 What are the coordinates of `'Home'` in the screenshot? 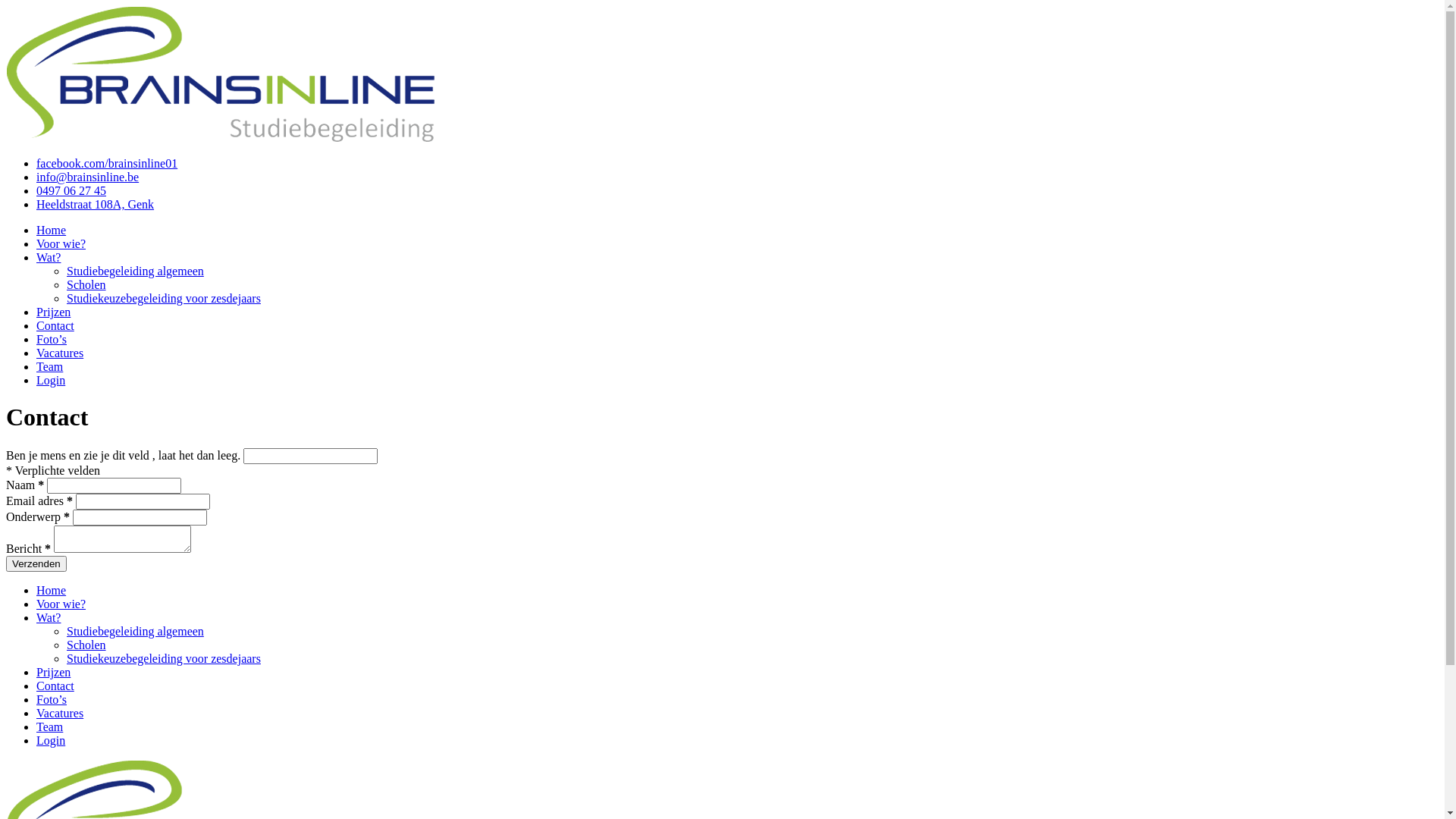 It's located at (36, 589).